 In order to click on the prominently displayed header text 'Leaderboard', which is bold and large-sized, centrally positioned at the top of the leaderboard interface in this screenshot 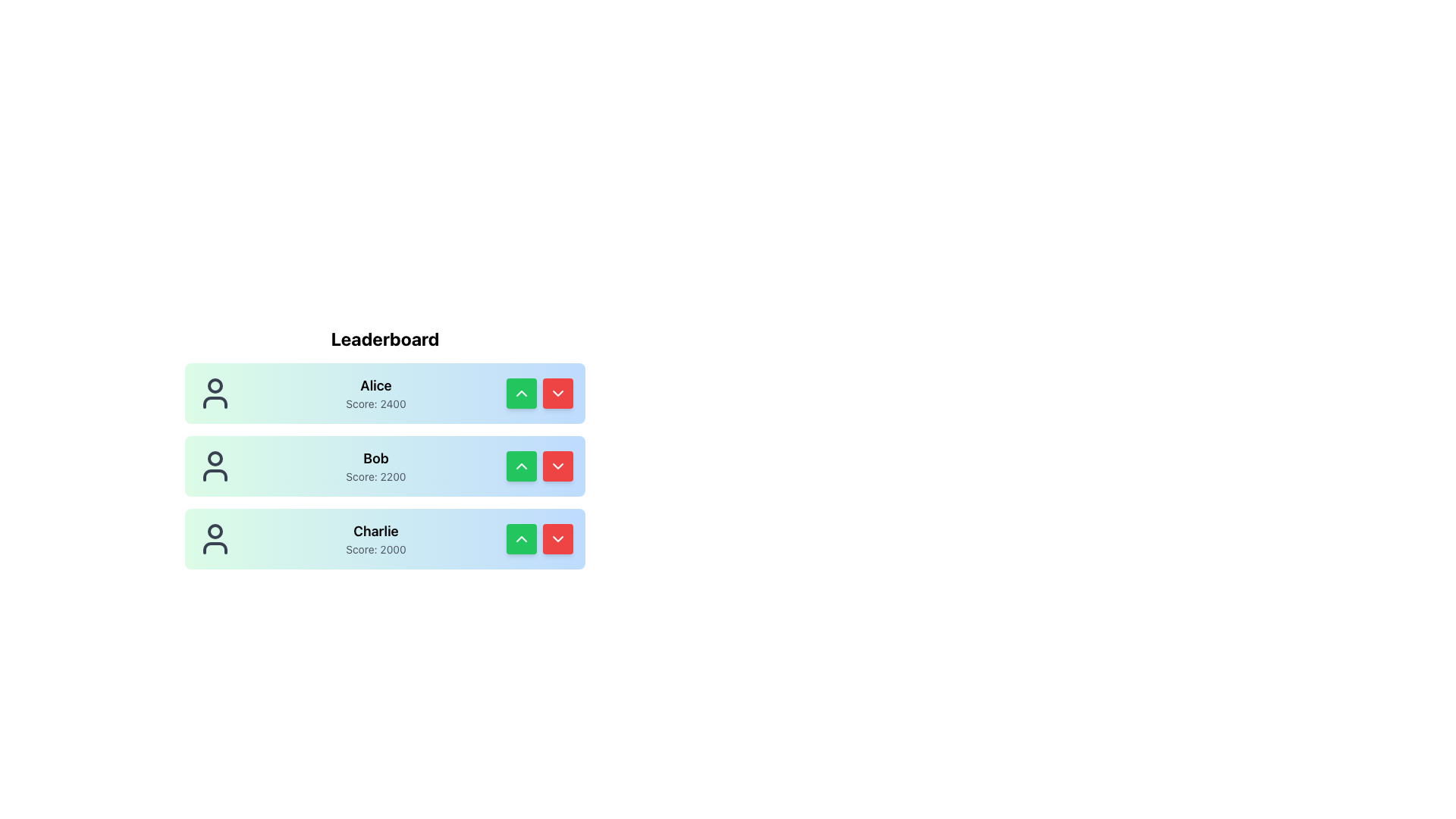, I will do `click(385, 338)`.